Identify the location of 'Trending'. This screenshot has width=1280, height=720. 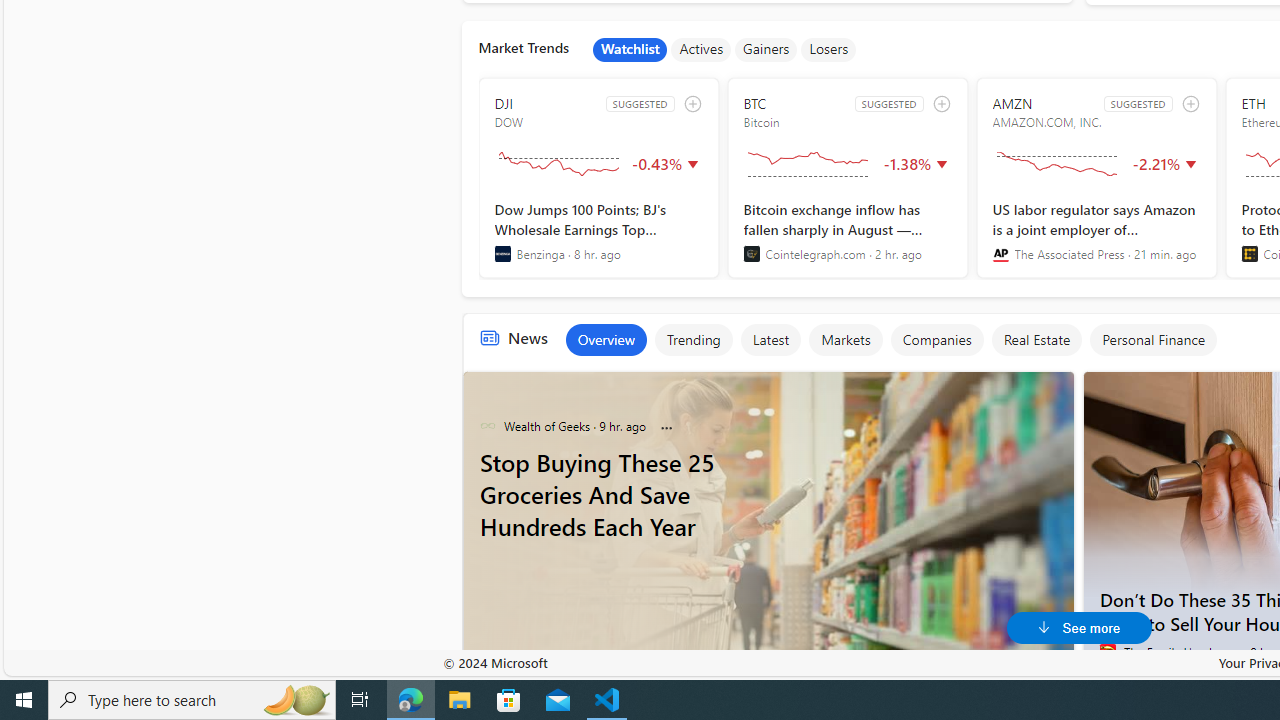
(693, 338).